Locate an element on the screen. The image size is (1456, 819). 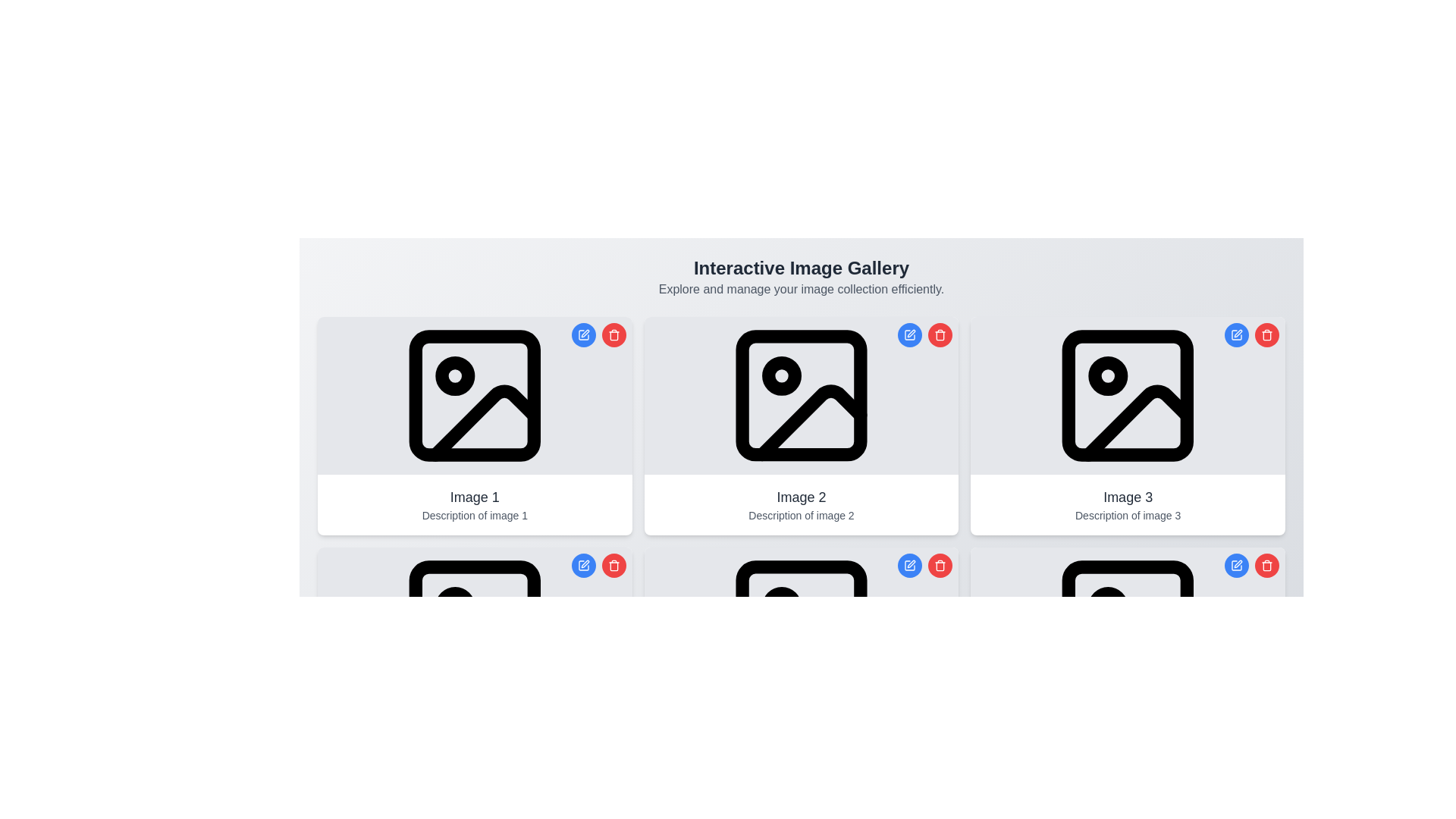
the blue button with the pen icon is located at coordinates (1252, 565).